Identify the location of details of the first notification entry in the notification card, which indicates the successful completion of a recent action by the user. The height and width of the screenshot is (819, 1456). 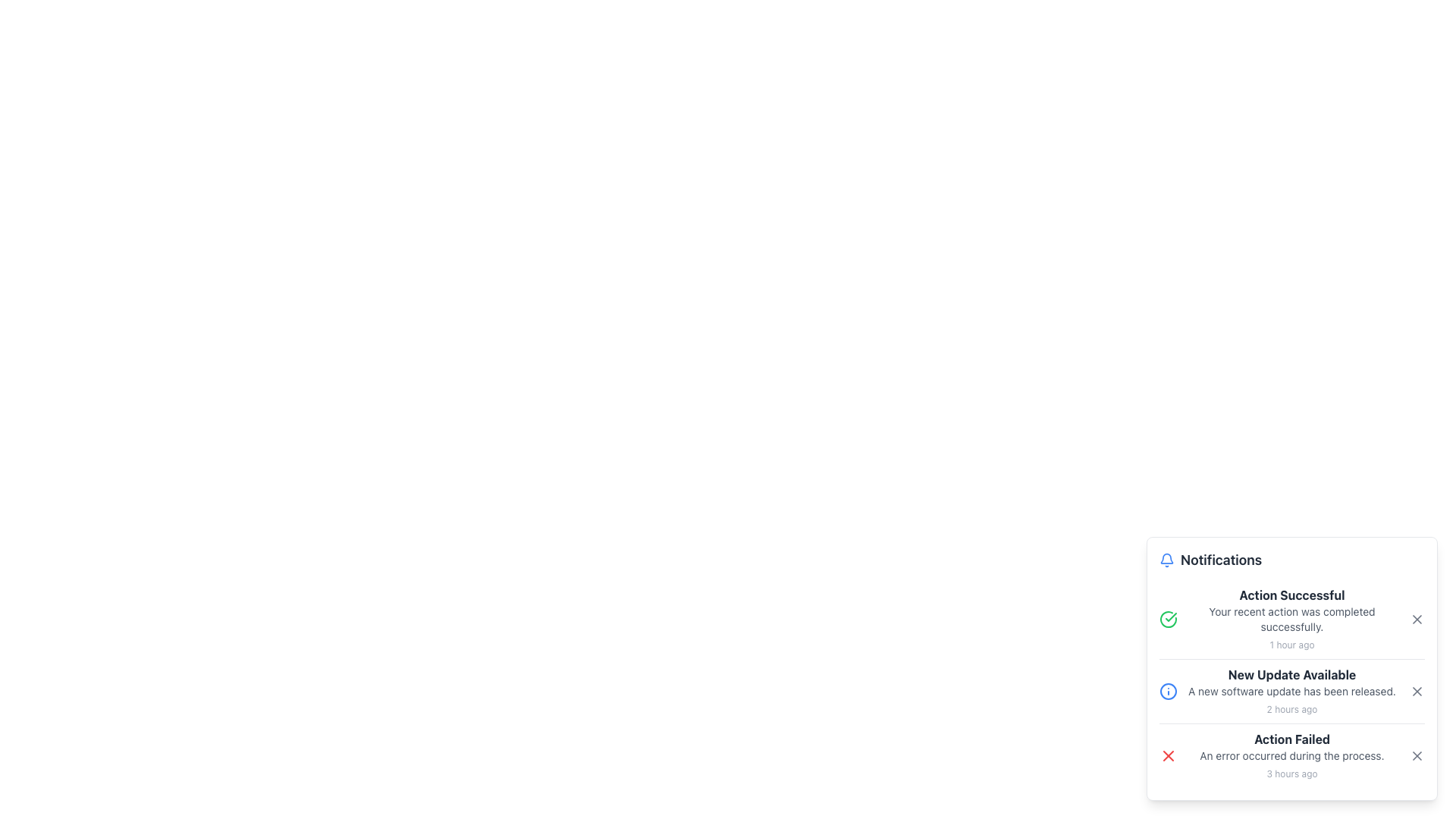
(1291, 620).